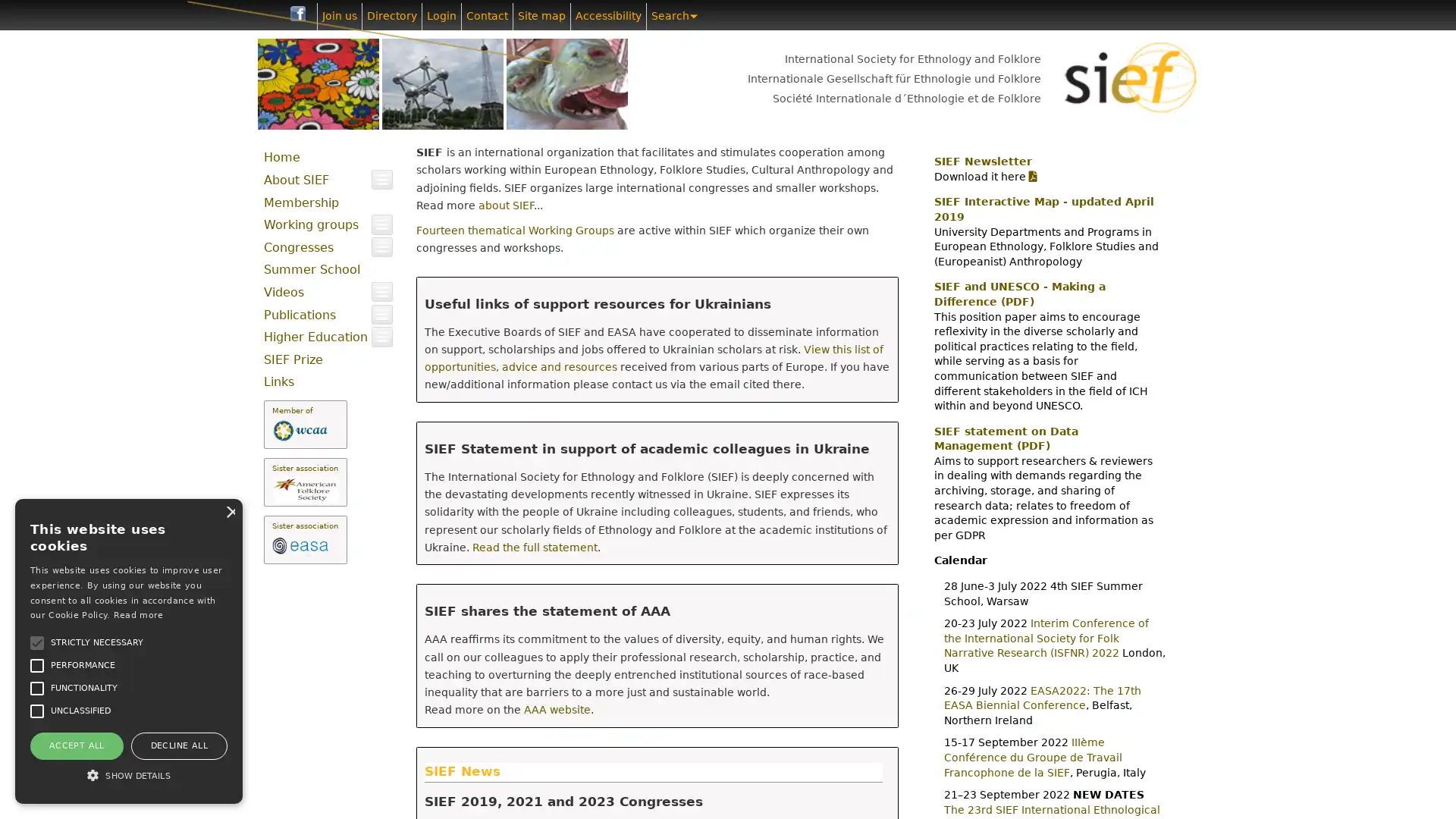 This screenshot has width=1456, height=819. I want to click on SHOW DETAILS, so click(128, 775).